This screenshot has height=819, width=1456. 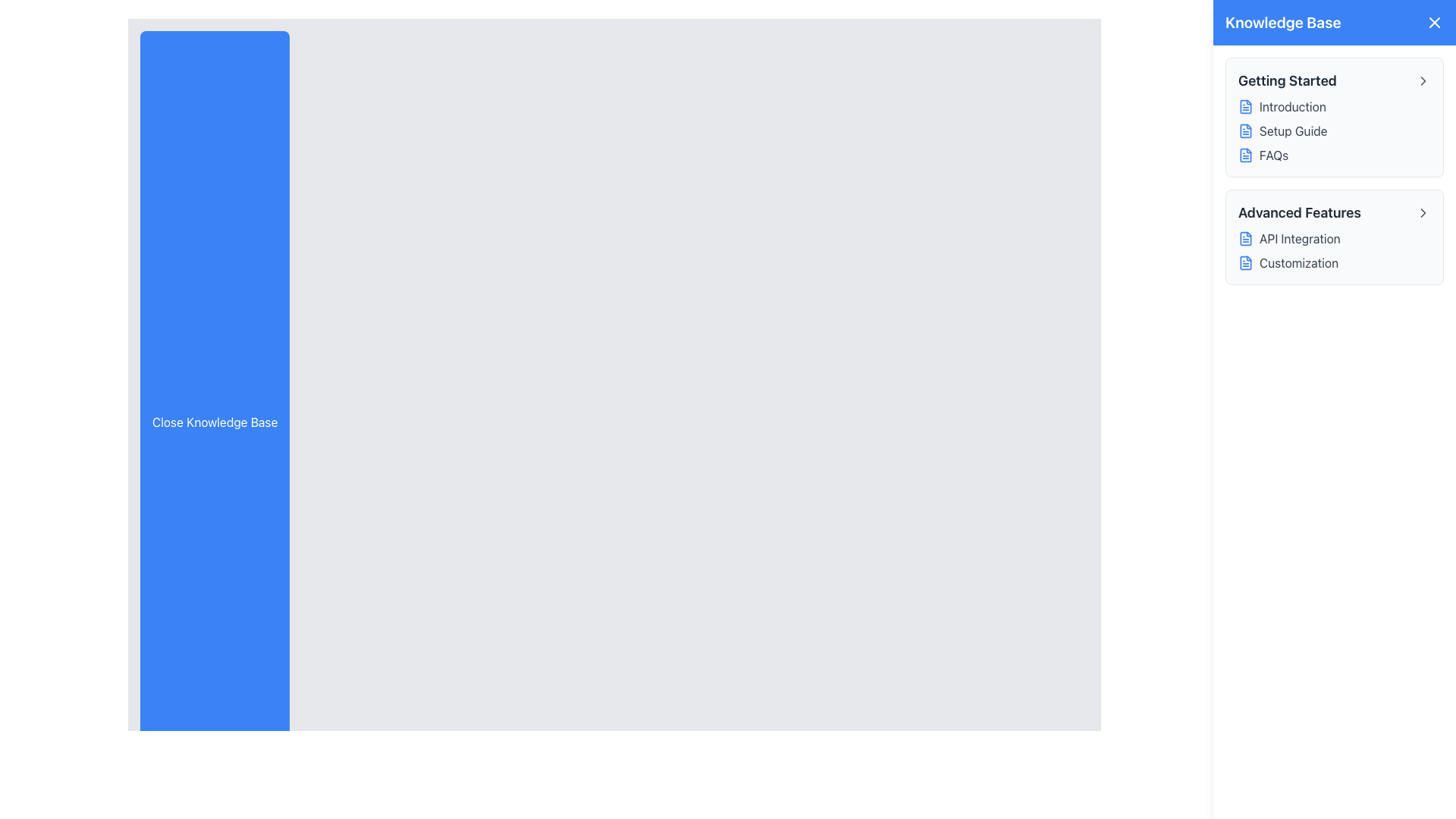 What do you see at coordinates (1335, 262) in the screenshot?
I see `the second menu item under the 'Advanced Features' section` at bounding box center [1335, 262].